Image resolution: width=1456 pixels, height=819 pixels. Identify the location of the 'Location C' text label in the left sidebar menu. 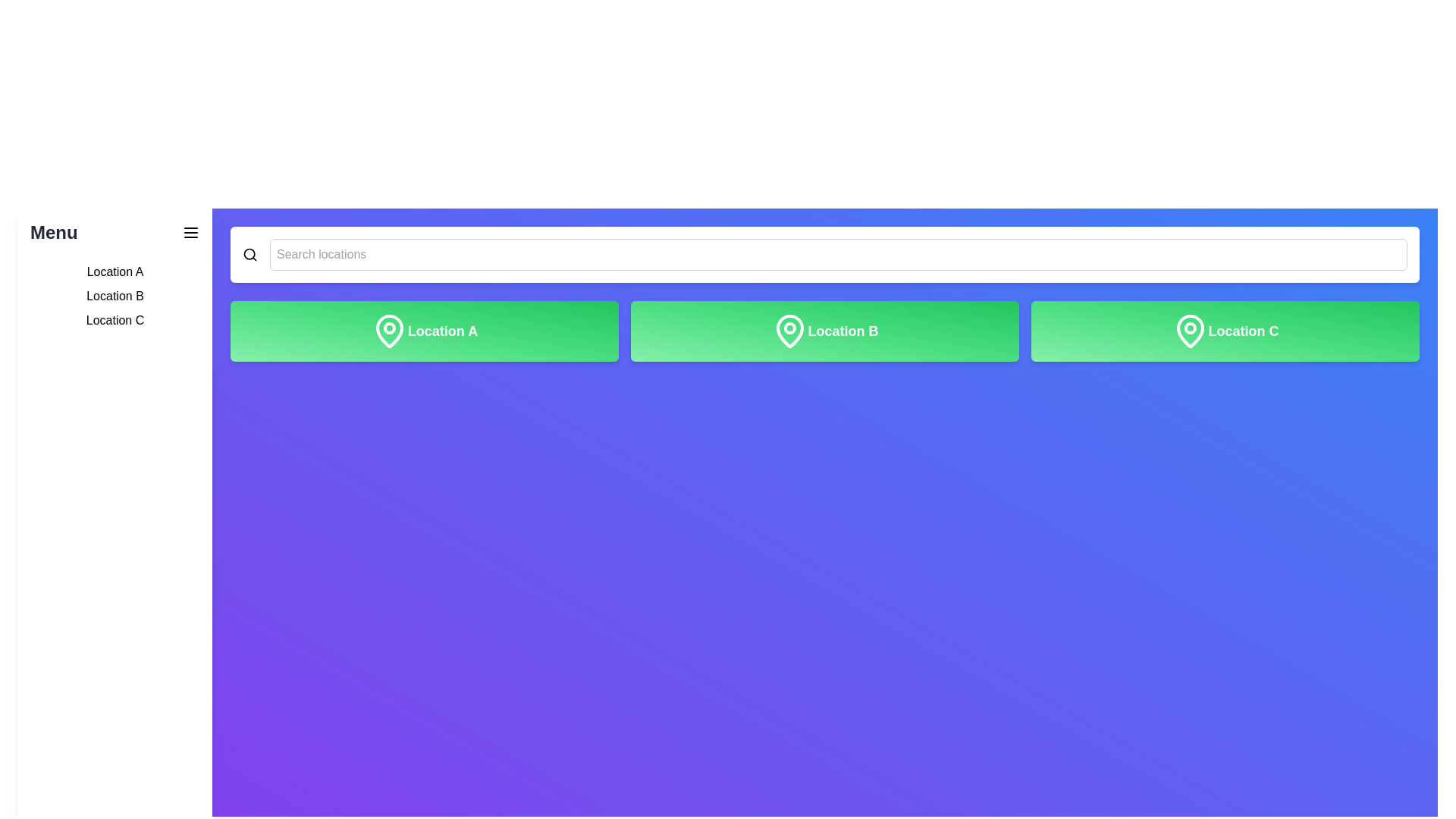
(115, 320).